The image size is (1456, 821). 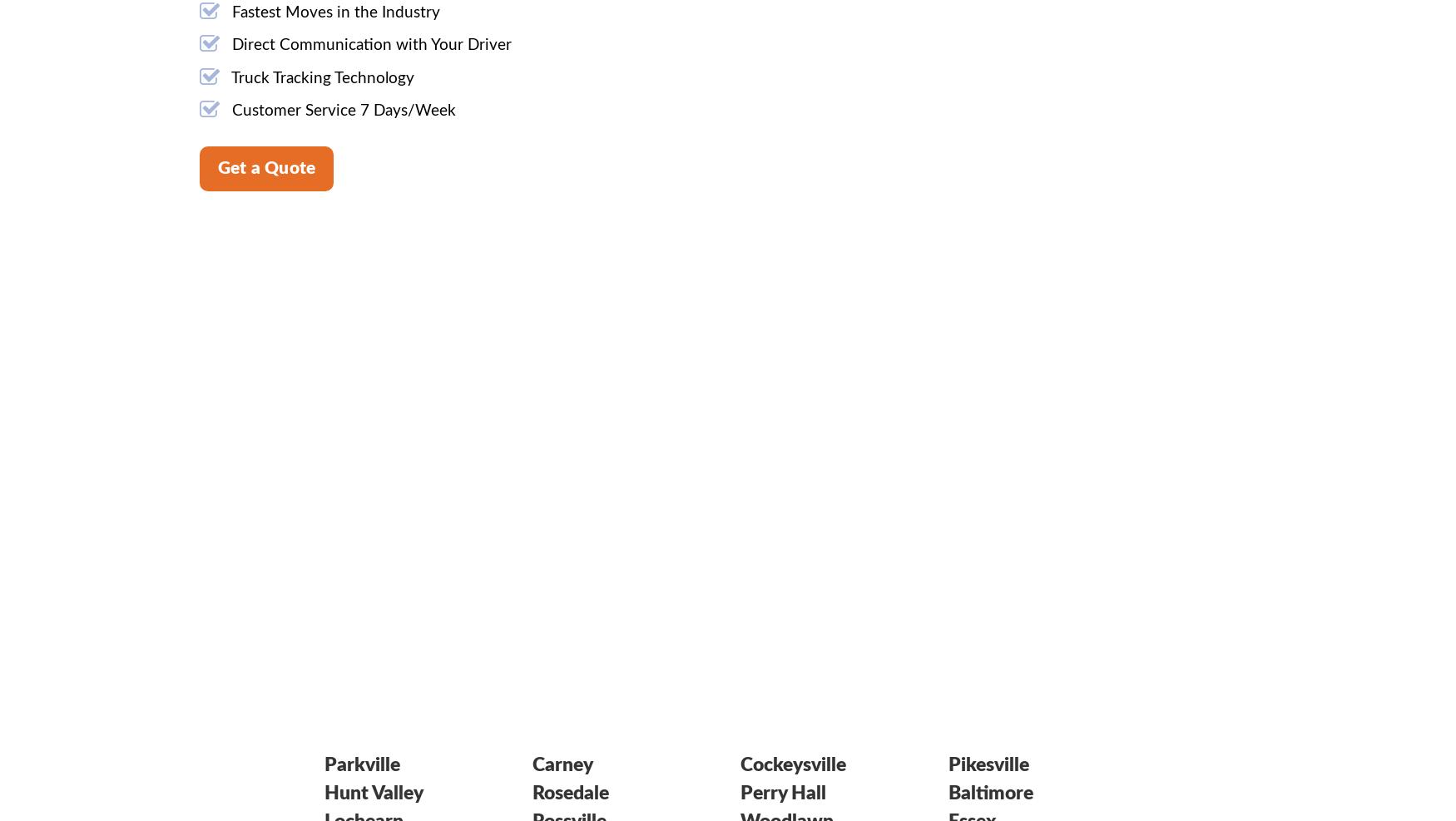 I want to click on 'Fastest Moves in the Industry', so click(x=227, y=12).